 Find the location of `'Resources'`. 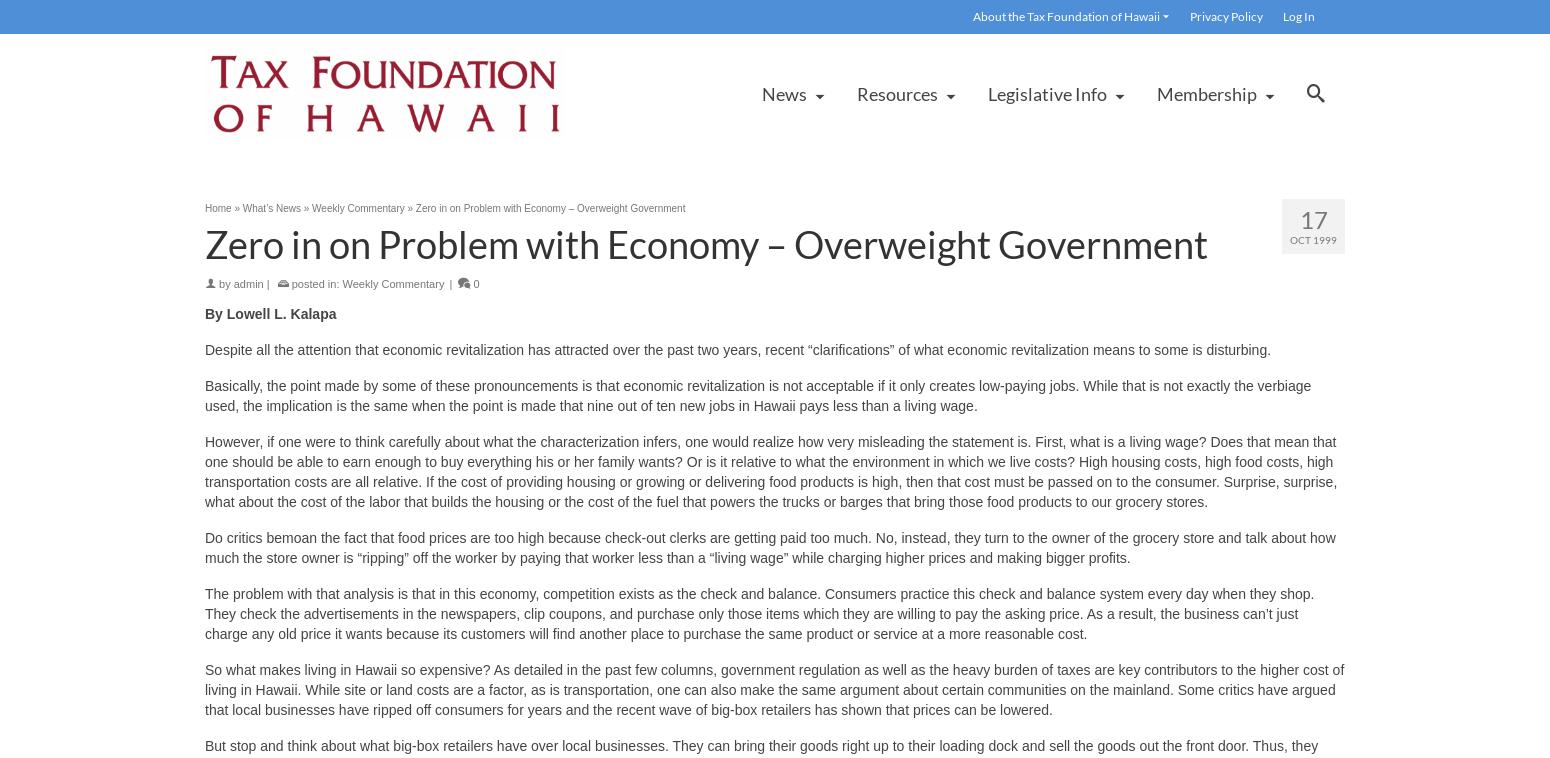

'Resources' is located at coordinates (897, 92).